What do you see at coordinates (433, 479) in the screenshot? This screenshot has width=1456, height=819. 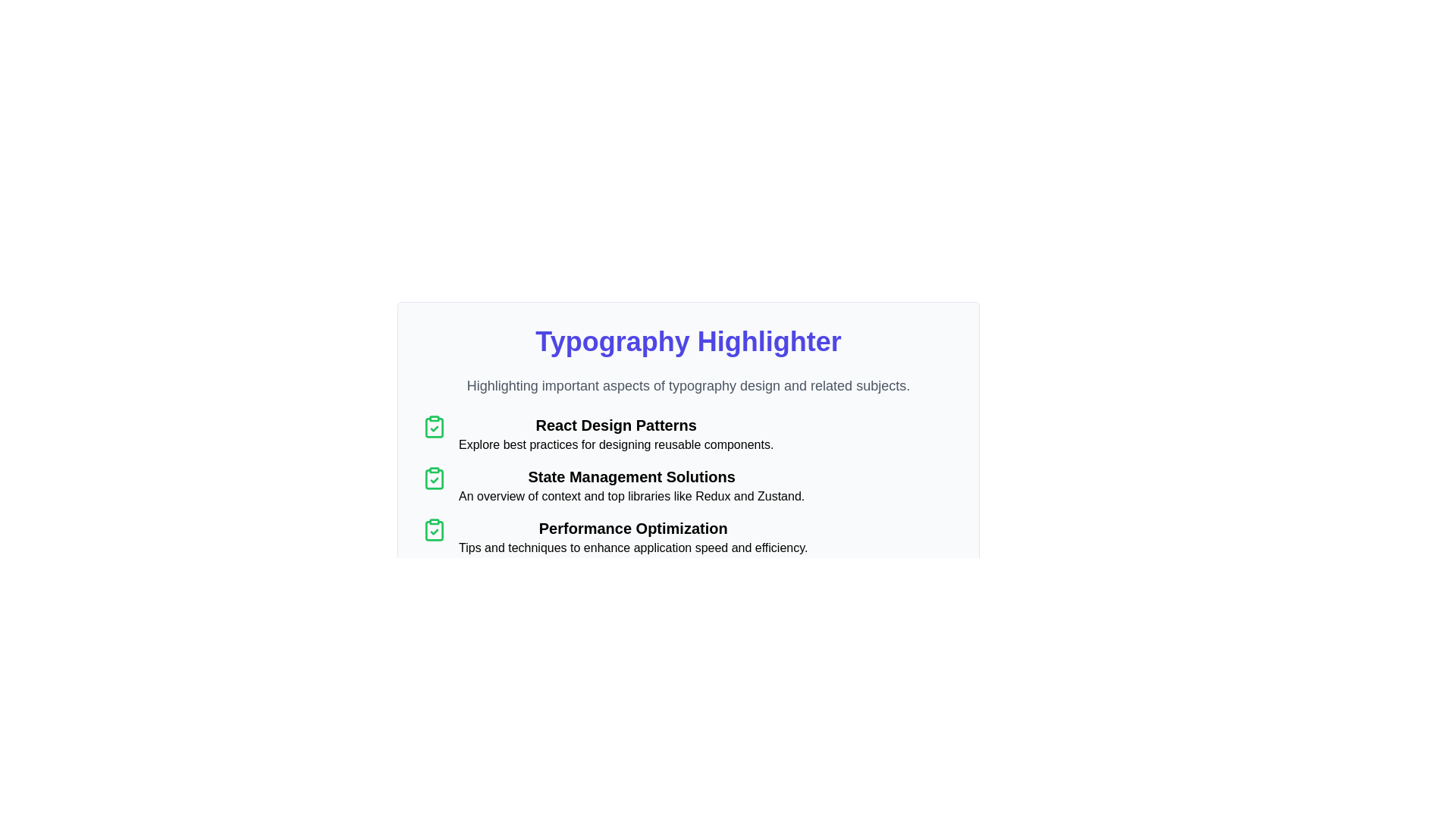 I see `the icon located on the left side of the 'State Management Solutions' section, which indicates the topic as completed, resolved, or selected` at bounding box center [433, 479].